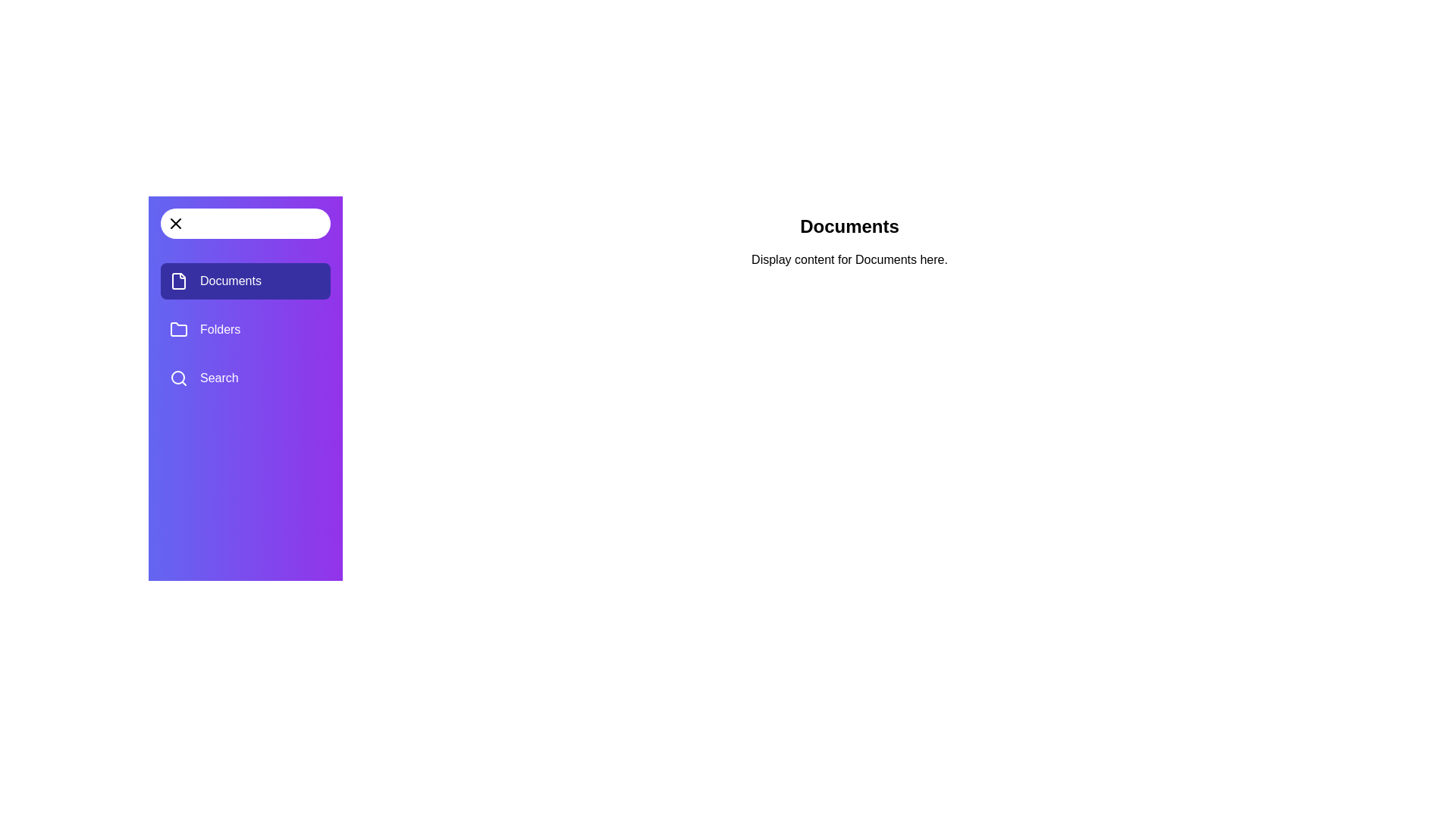 This screenshot has width=1456, height=819. I want to click on the toggle button in the drawer header to toggle the drawer visibility, so click(246, 223).